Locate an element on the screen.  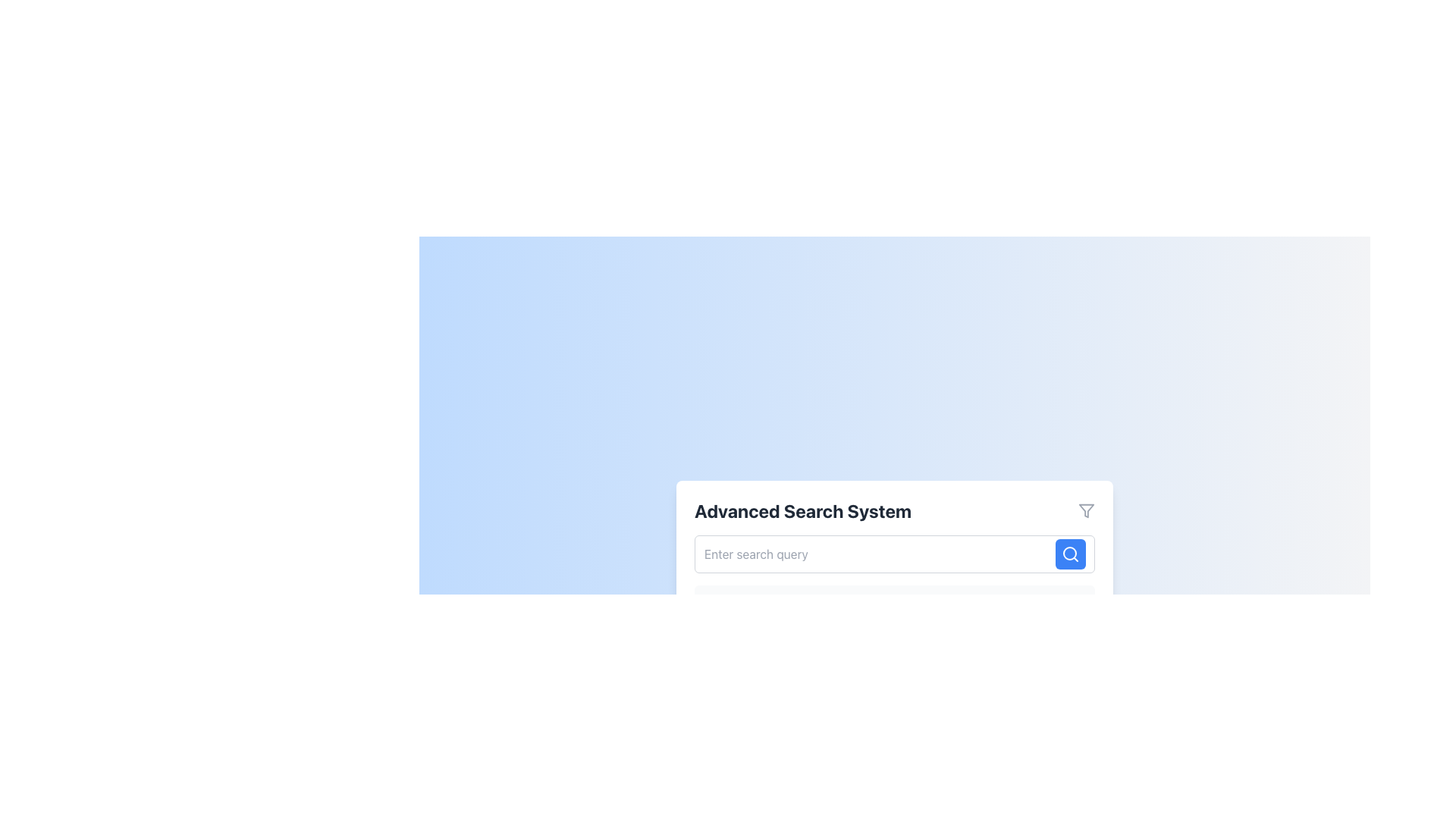
the magnifying glass icon inside the blue circular button is located at coordinates (1069, 554).